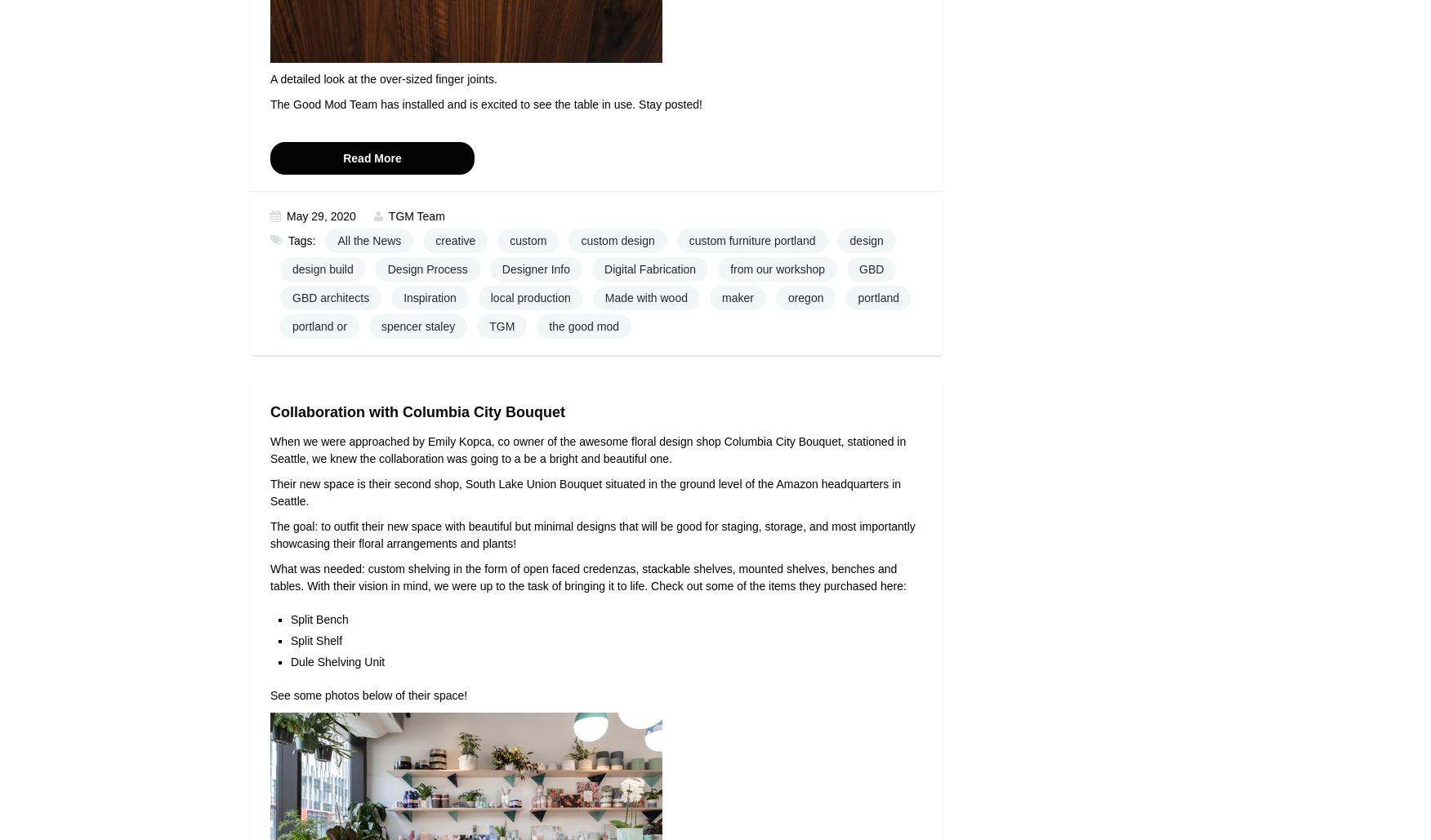 Image resolution: width=1431 pixels, height=840 pixels. Describe the element at coordinates (548, 325) in the screenshot. I see `'the good mod'` at that location.